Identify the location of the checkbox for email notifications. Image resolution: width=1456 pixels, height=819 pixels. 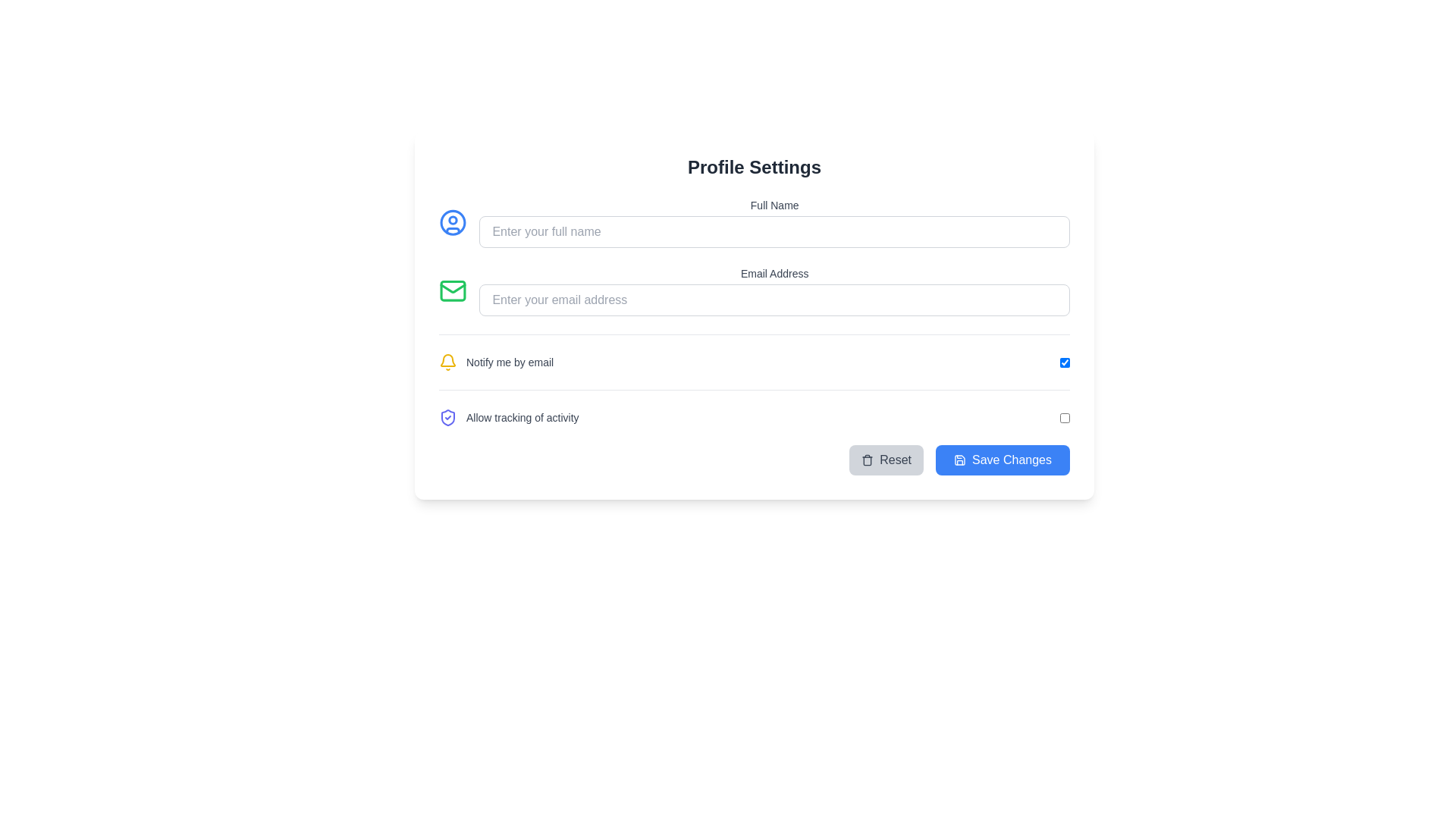
(754, 353).